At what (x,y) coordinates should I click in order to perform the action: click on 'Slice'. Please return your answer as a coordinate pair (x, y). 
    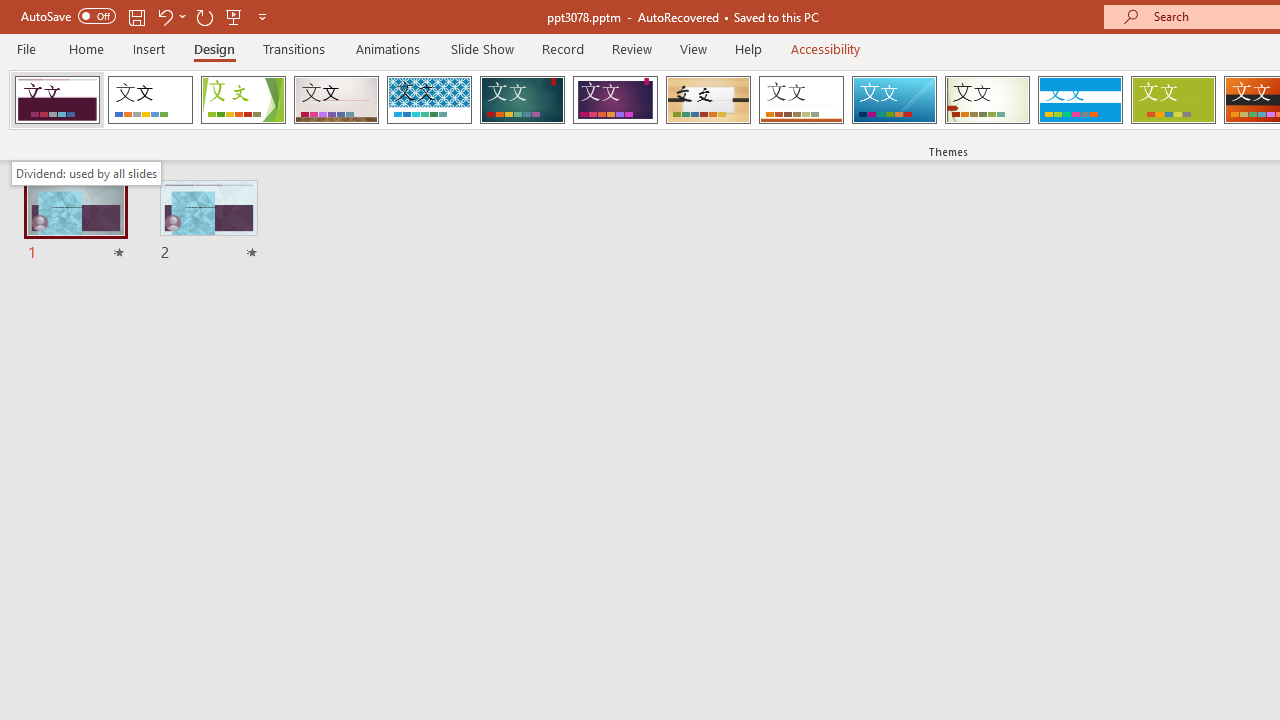
    Looking at the image, I should click on (893, 100).